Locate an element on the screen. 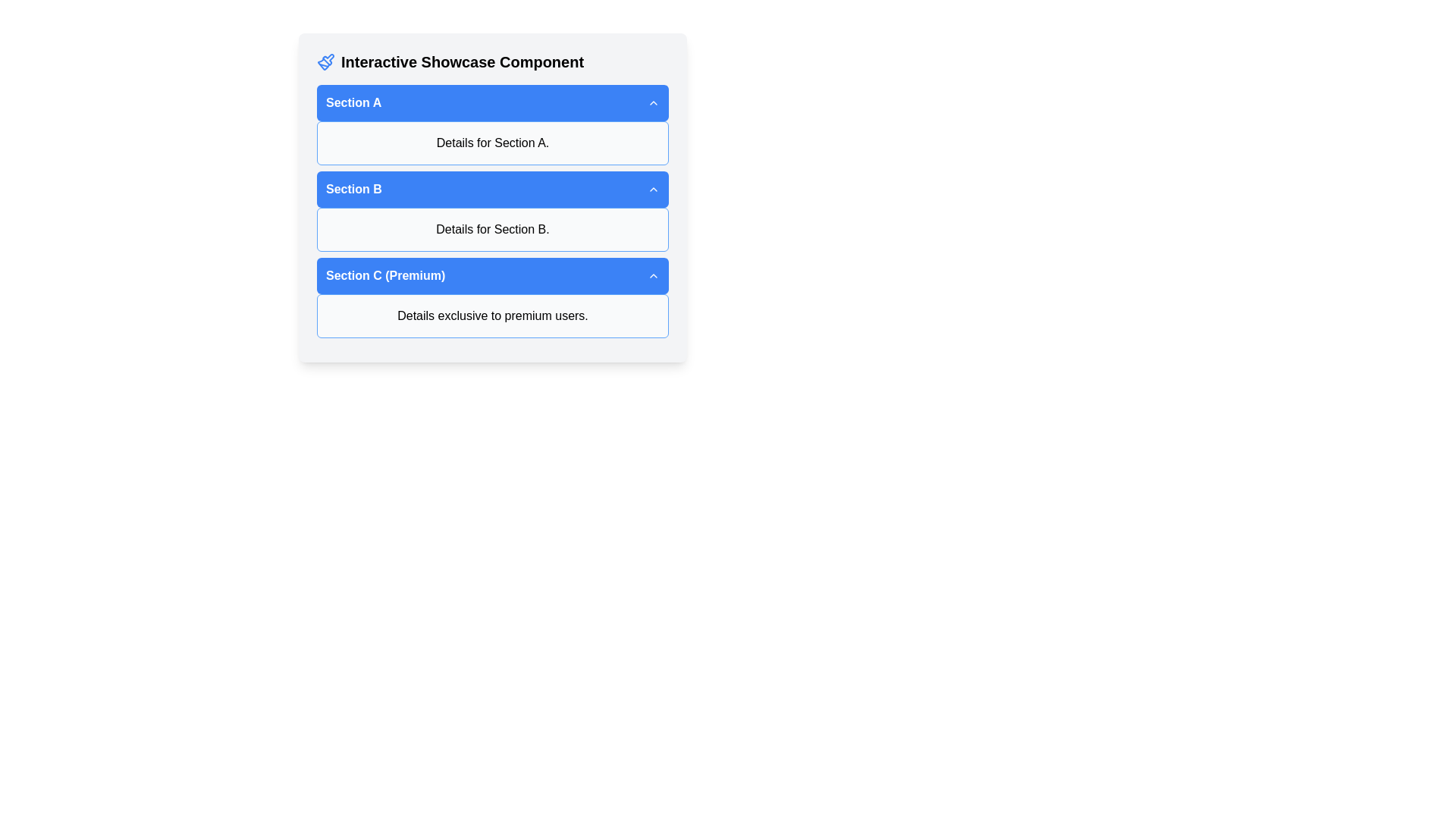 The image size is (1456, 819). the collapsible panel labeled 'Section B' which is highlighted in bold text against a blue background is located at coordinates (492, 211).